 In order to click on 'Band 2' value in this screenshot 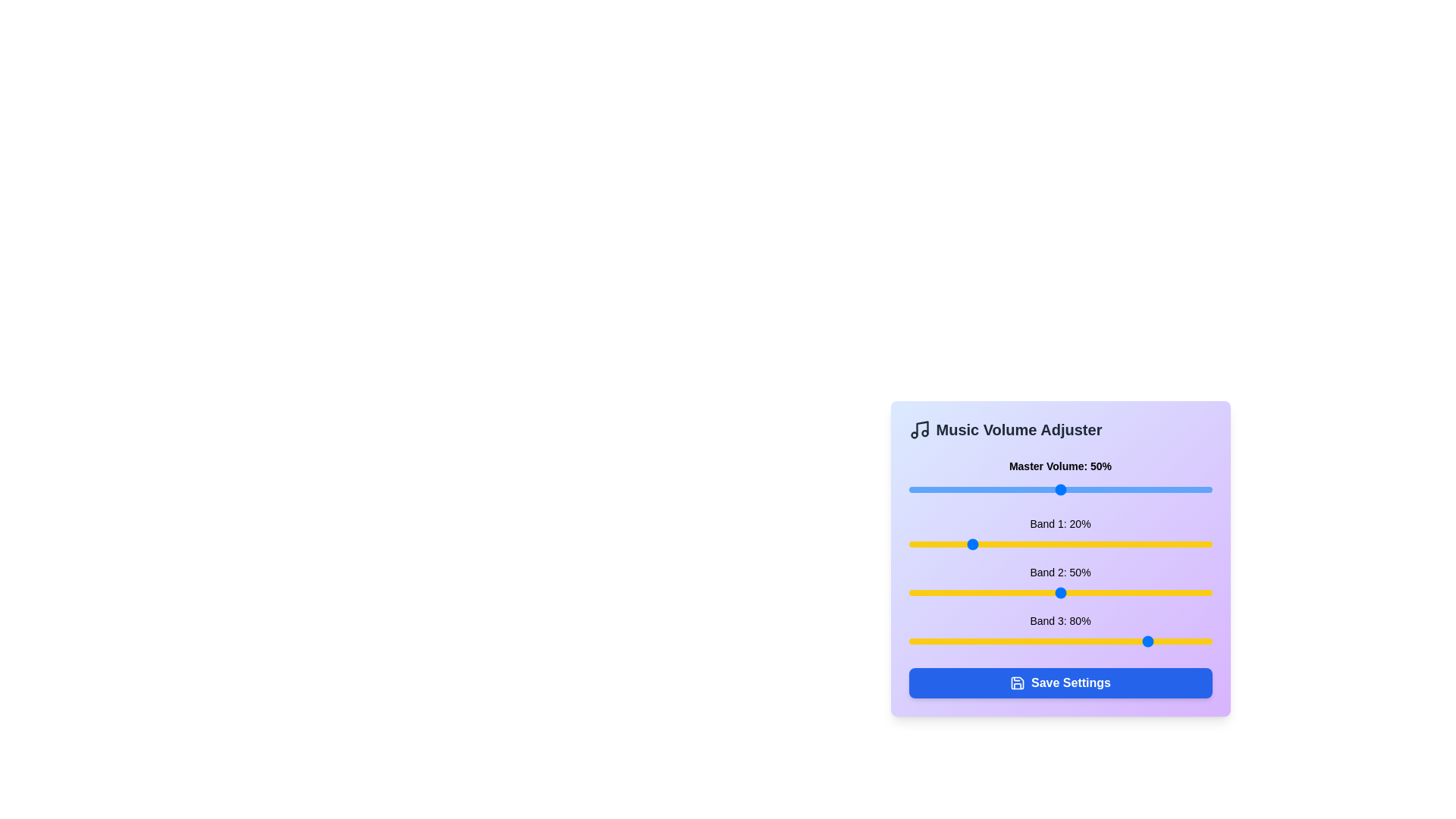, I will do `click(1106, 592)`.